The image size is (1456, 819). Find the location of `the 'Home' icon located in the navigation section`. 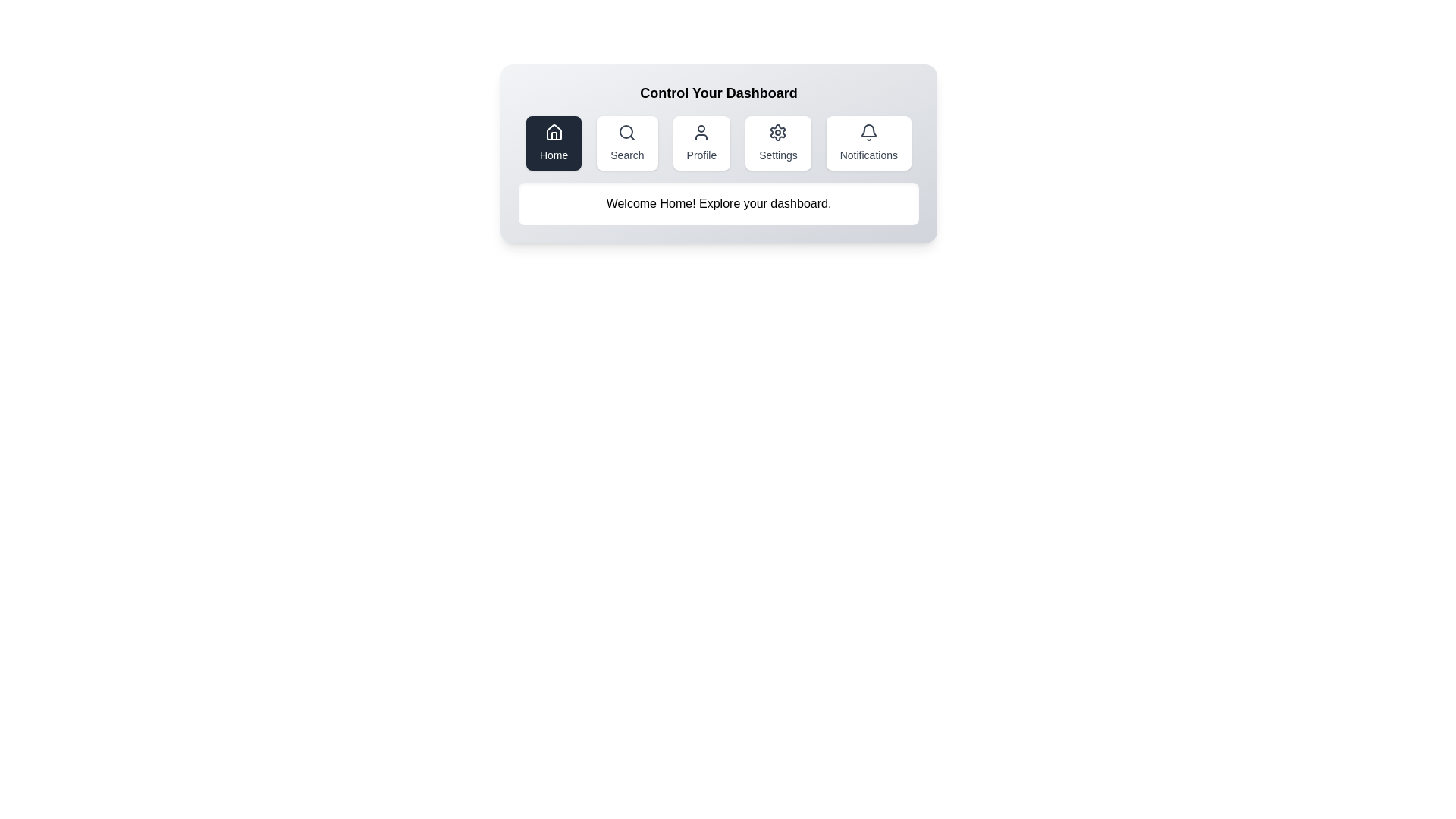

the 'Home' icon located in the navigation section is located at coordinates (553, 131).